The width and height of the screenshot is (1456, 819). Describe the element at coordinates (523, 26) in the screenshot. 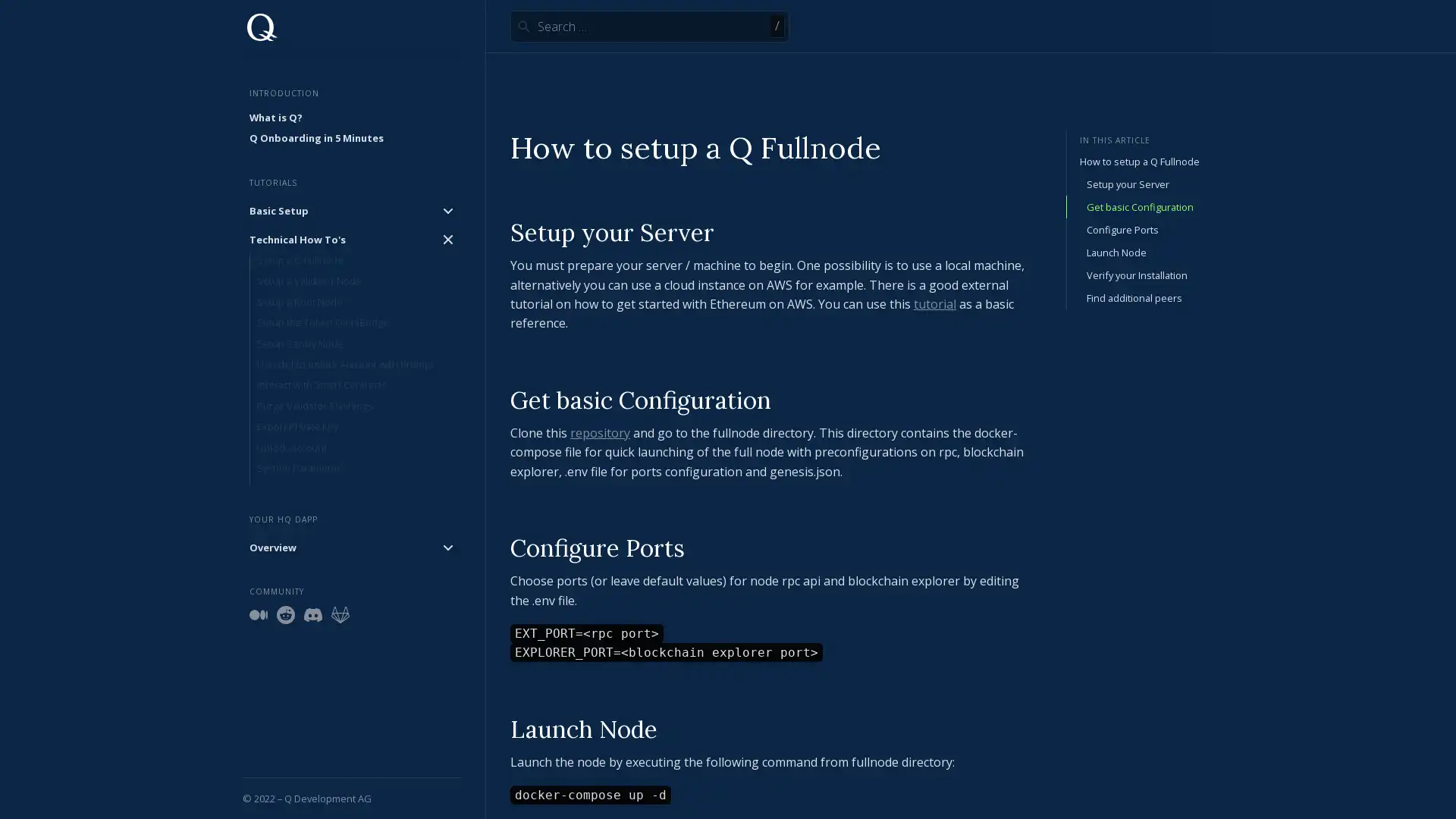

I see `Submit` at that location.